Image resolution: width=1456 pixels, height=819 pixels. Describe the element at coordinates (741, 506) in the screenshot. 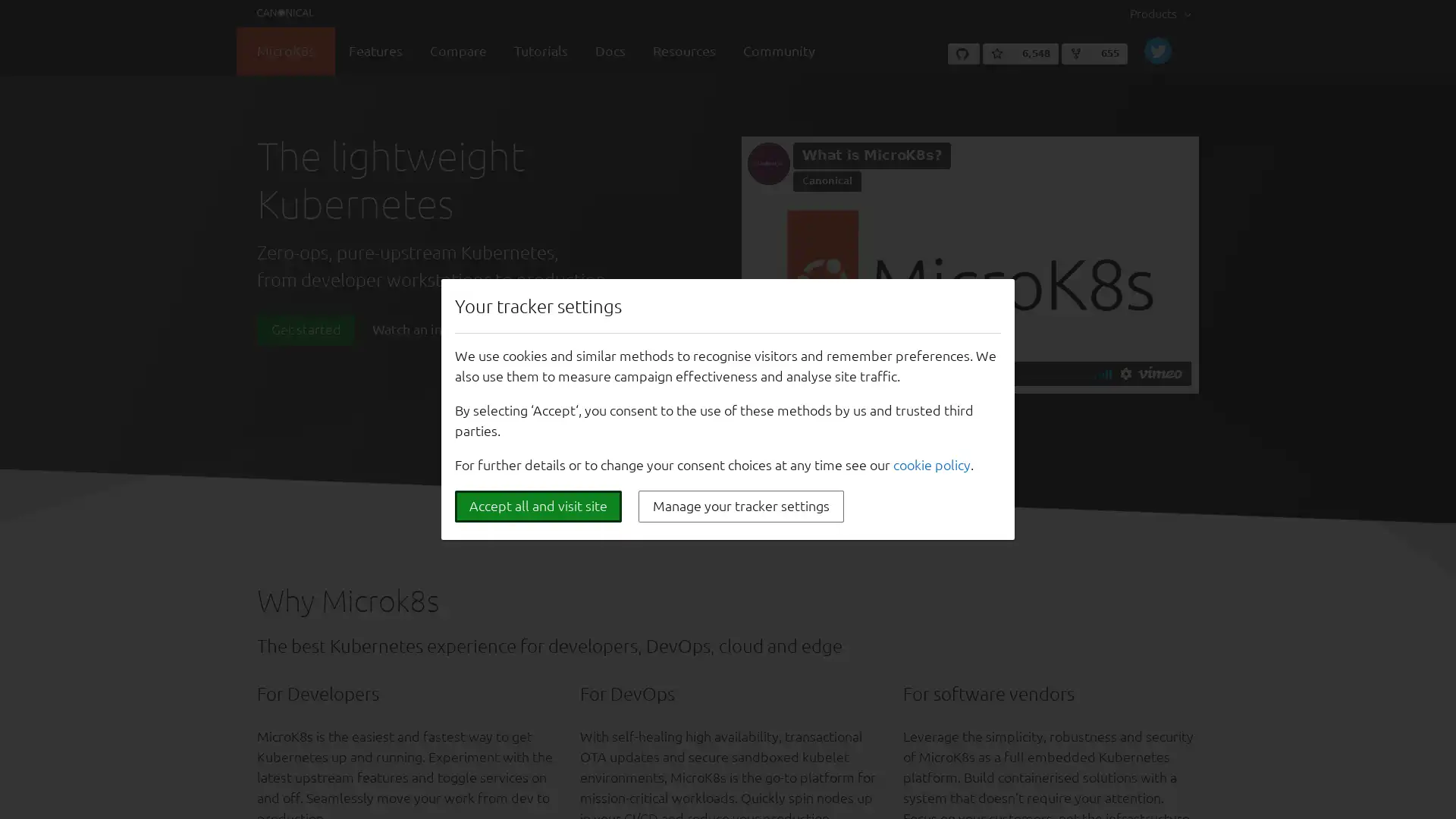

I see `Manage your tracker settings` at that location.